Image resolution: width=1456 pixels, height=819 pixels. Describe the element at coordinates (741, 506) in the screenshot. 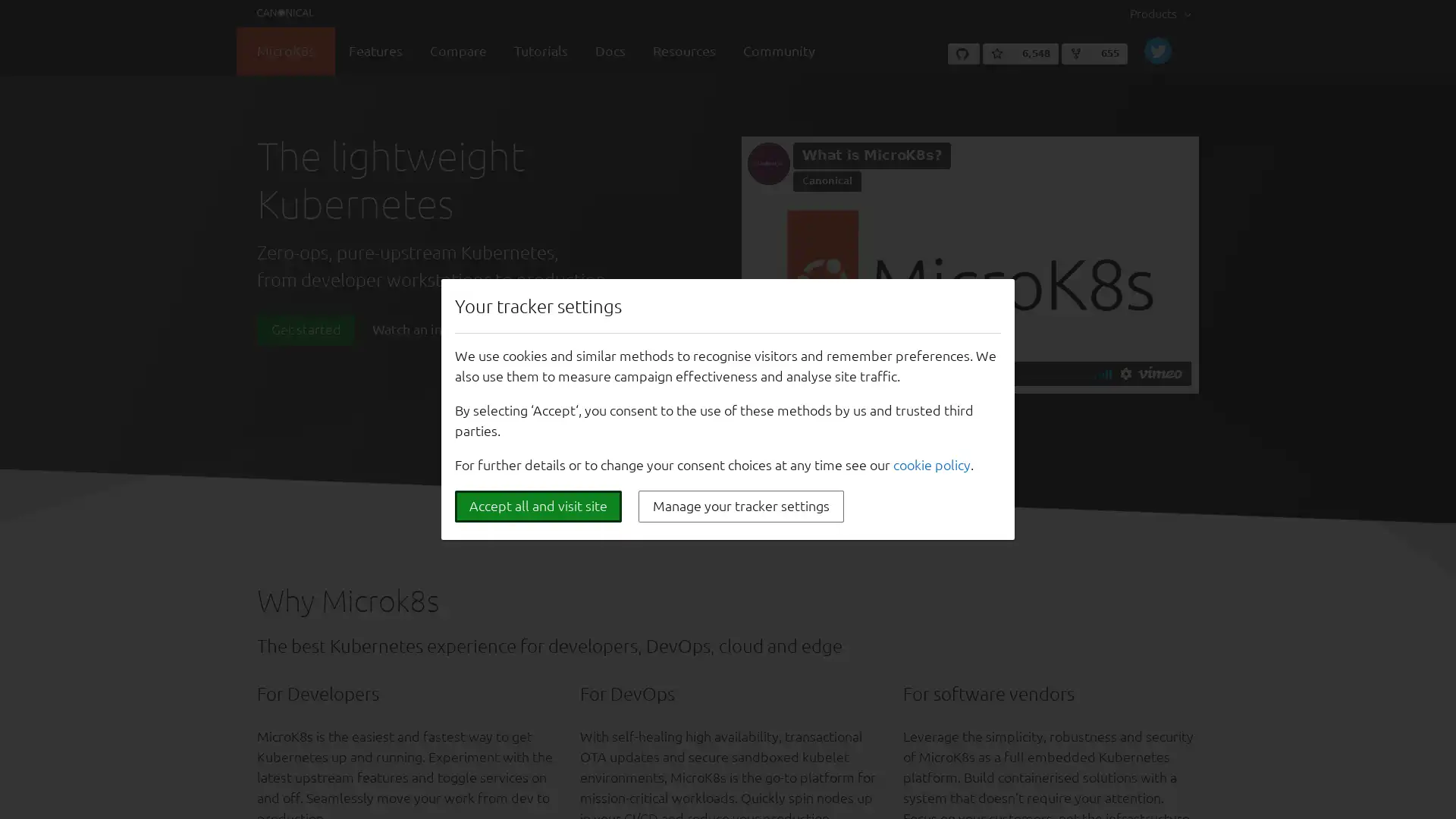

I see `Manage your tracker settings` at that location.